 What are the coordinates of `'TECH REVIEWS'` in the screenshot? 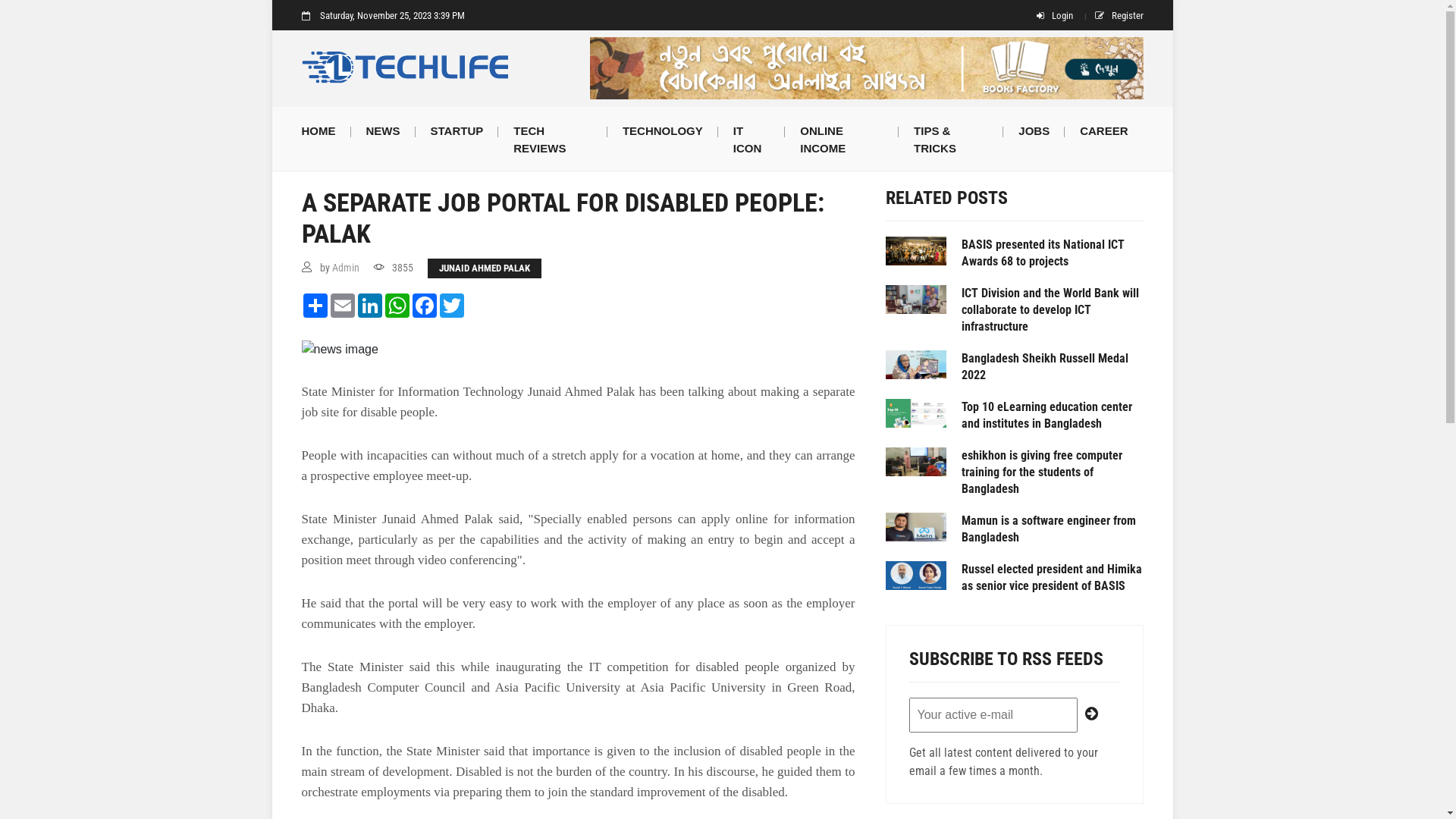 It's located at (552, 138).